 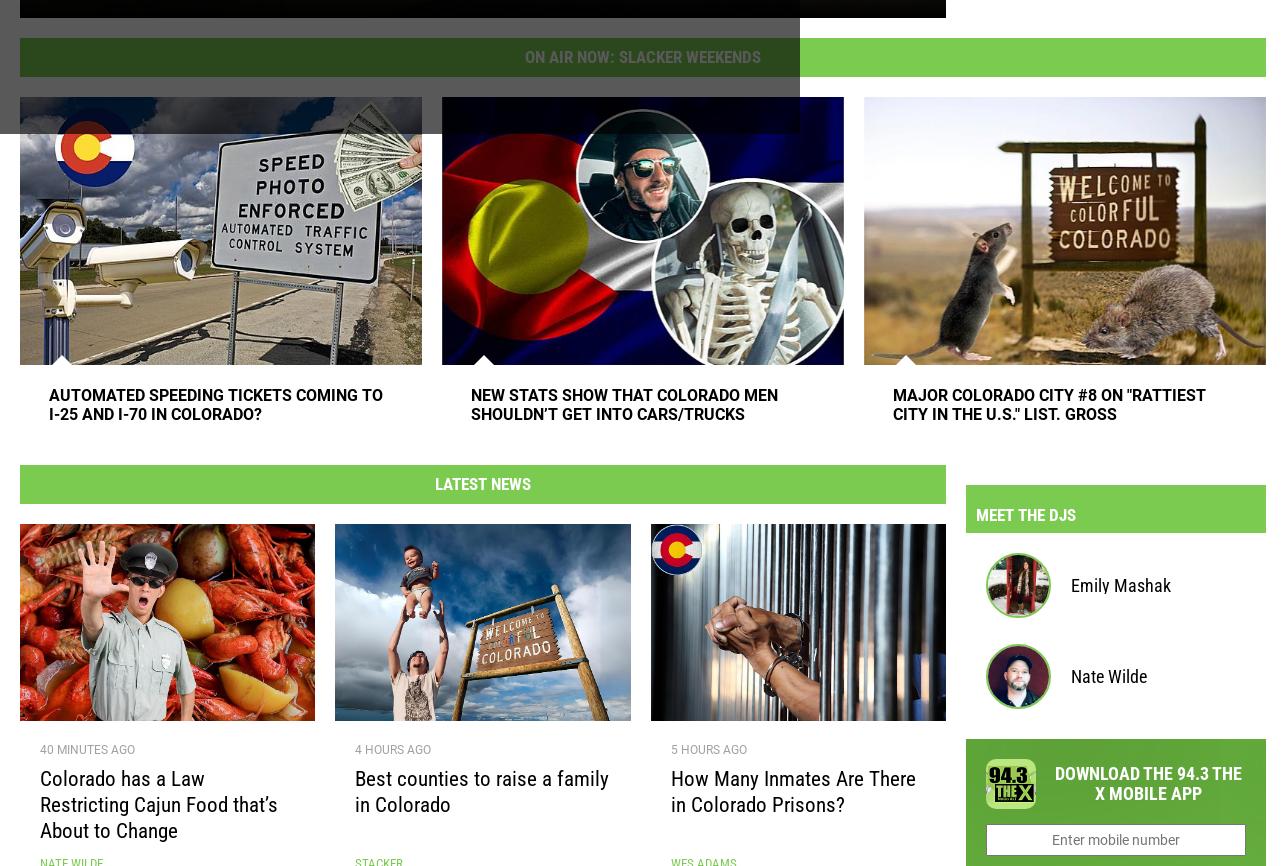 What do you see at coordinates (891, 411) in the screenshot?
I see `'Major Colorado City #8 On "Rattiest City in the U.S." List. Gross'` at bounding box center [891, 411].